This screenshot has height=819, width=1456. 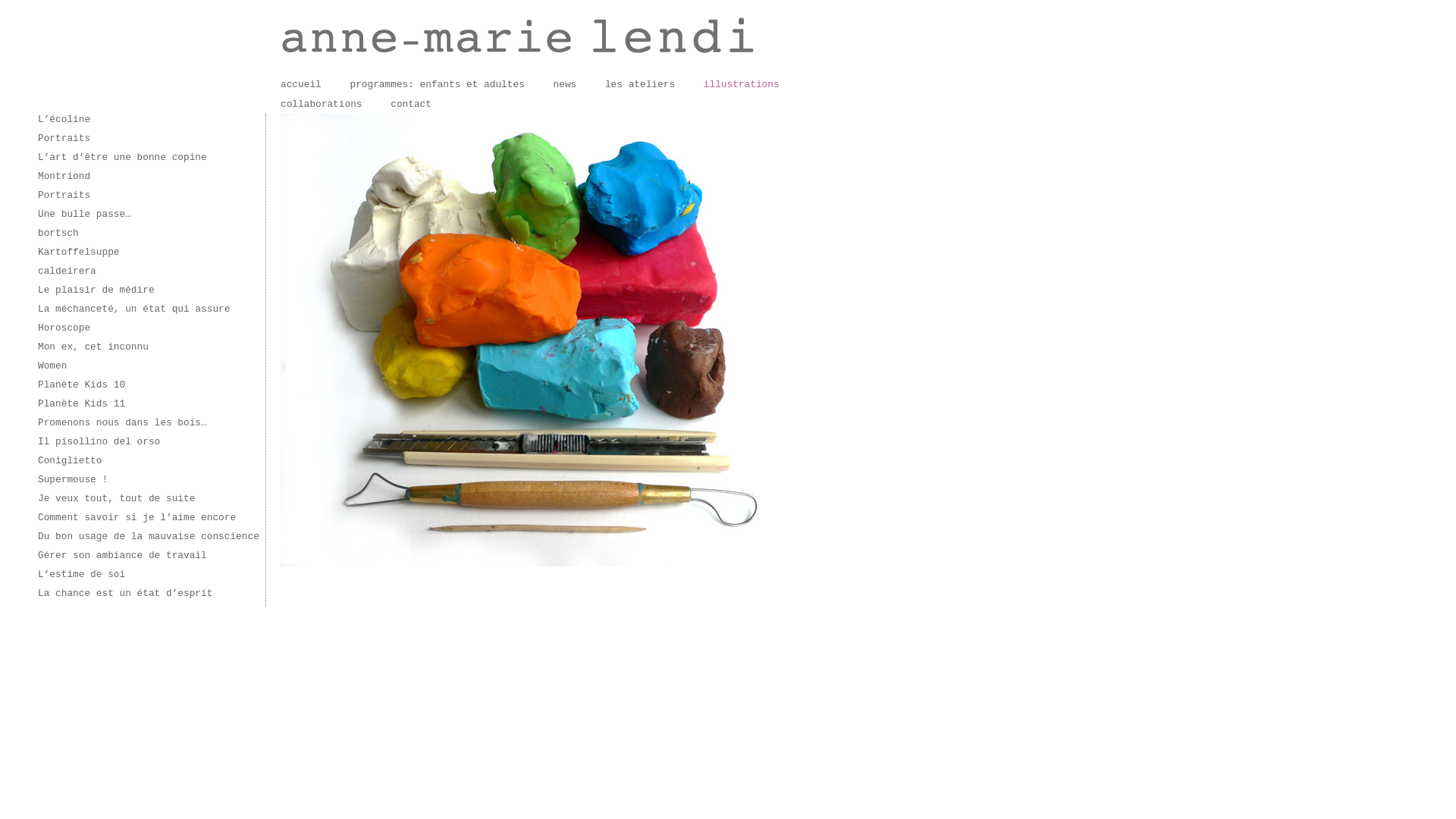 I want to click on 'caldeirera', so click(x=66, y=270).